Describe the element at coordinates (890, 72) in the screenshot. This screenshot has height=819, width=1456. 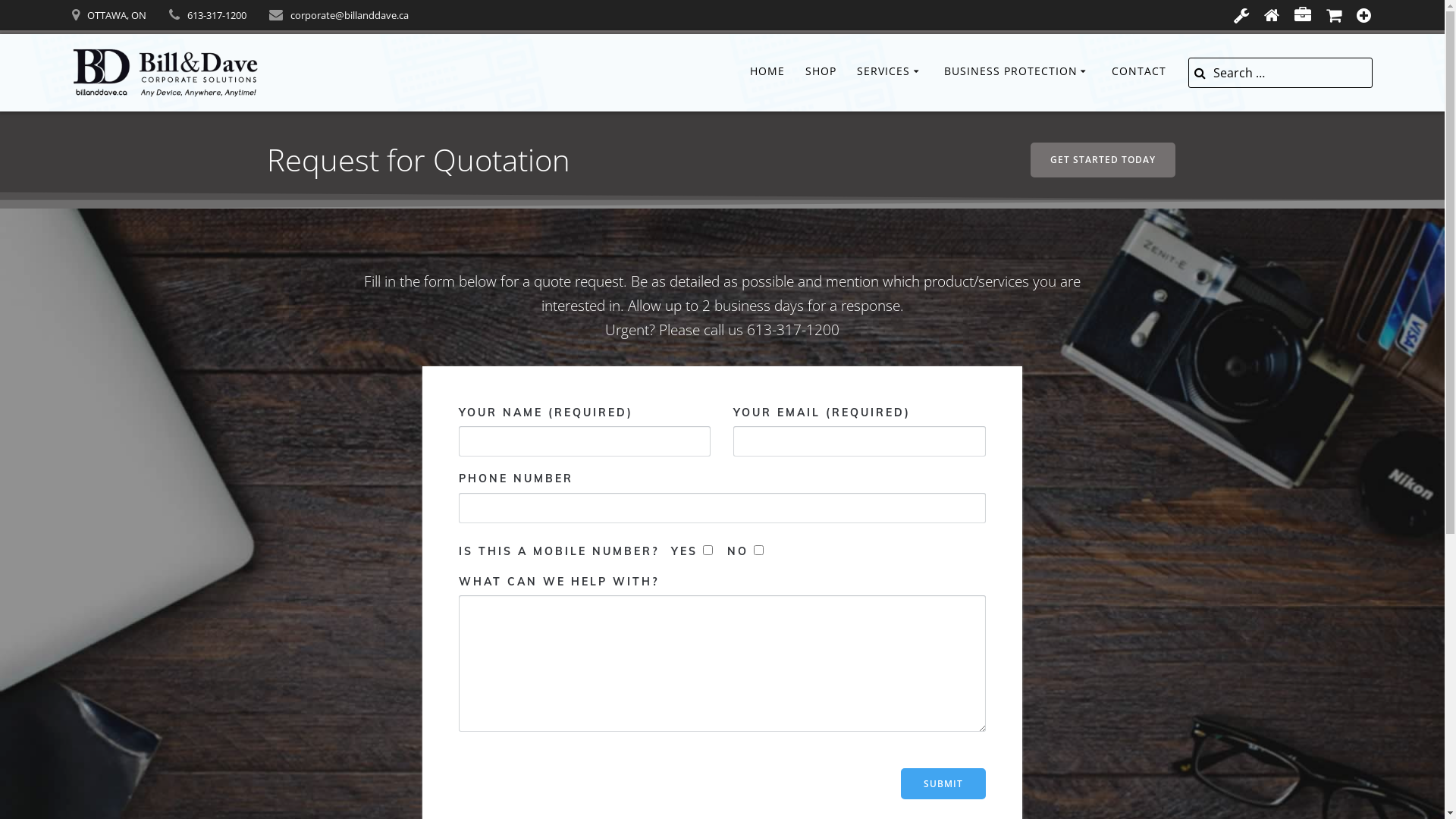
I see `'SERVICES'` at that location.